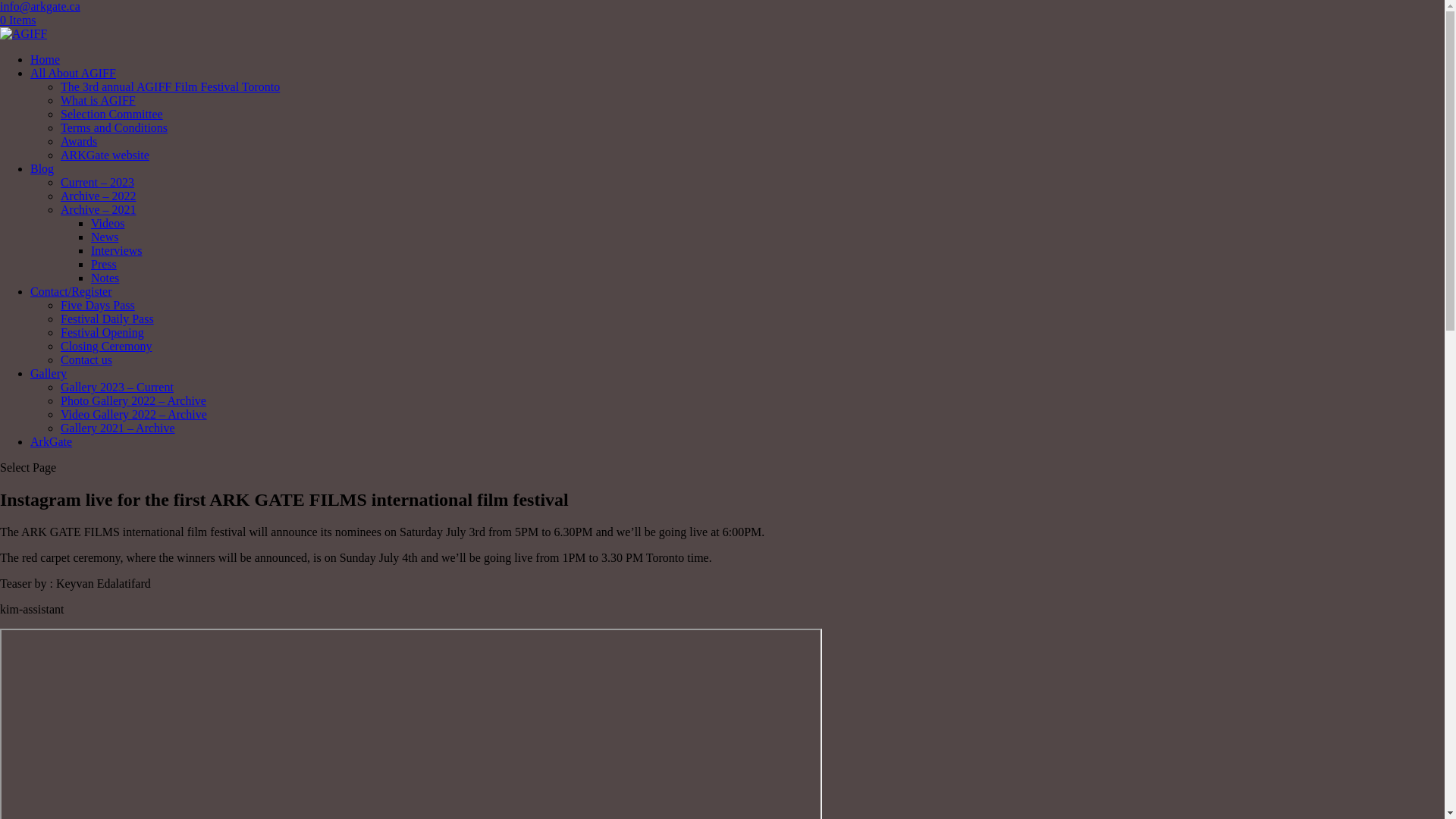 Image resolution: width=1456 pixels, height=819 pixels. What do you see at coordinates (48, 373) in the screenshot?
I see `'Gallery'` at bounding box center [48, 373].